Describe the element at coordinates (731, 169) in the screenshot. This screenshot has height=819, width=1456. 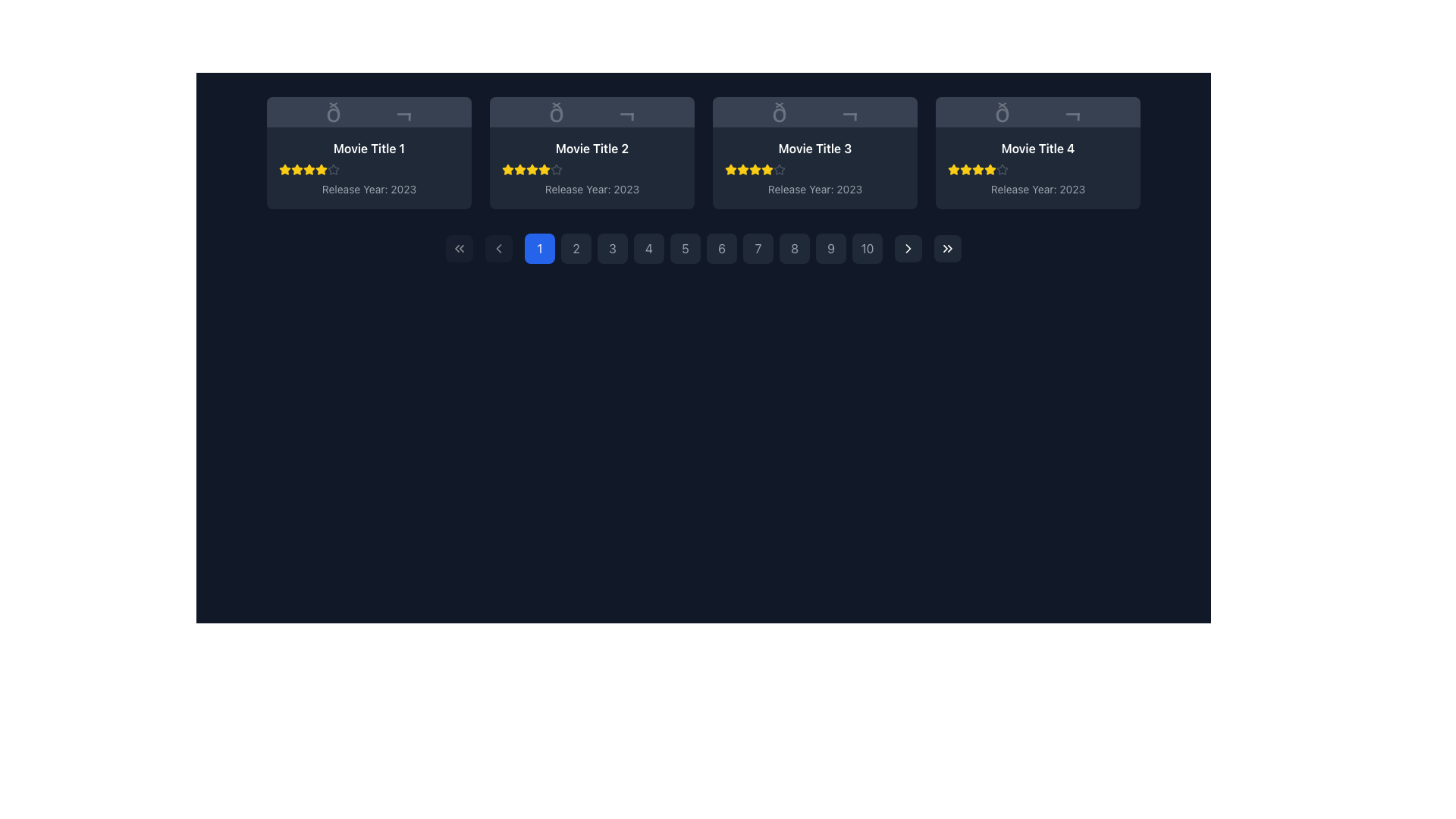
I see `the first Rating Star Icon located below 'Movie Title 3'` at that location.